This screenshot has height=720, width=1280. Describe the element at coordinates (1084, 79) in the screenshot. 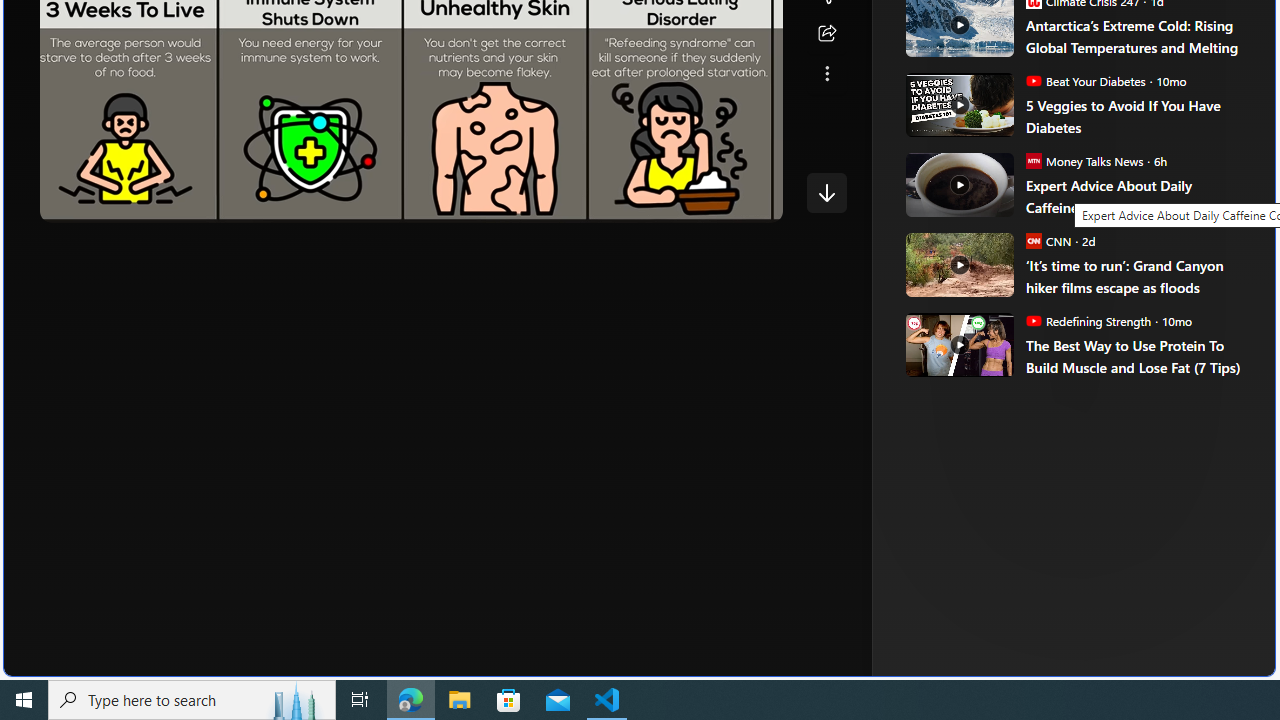

I see `'Beat Your Diabetes Beat Your Diabetes'` at that location.